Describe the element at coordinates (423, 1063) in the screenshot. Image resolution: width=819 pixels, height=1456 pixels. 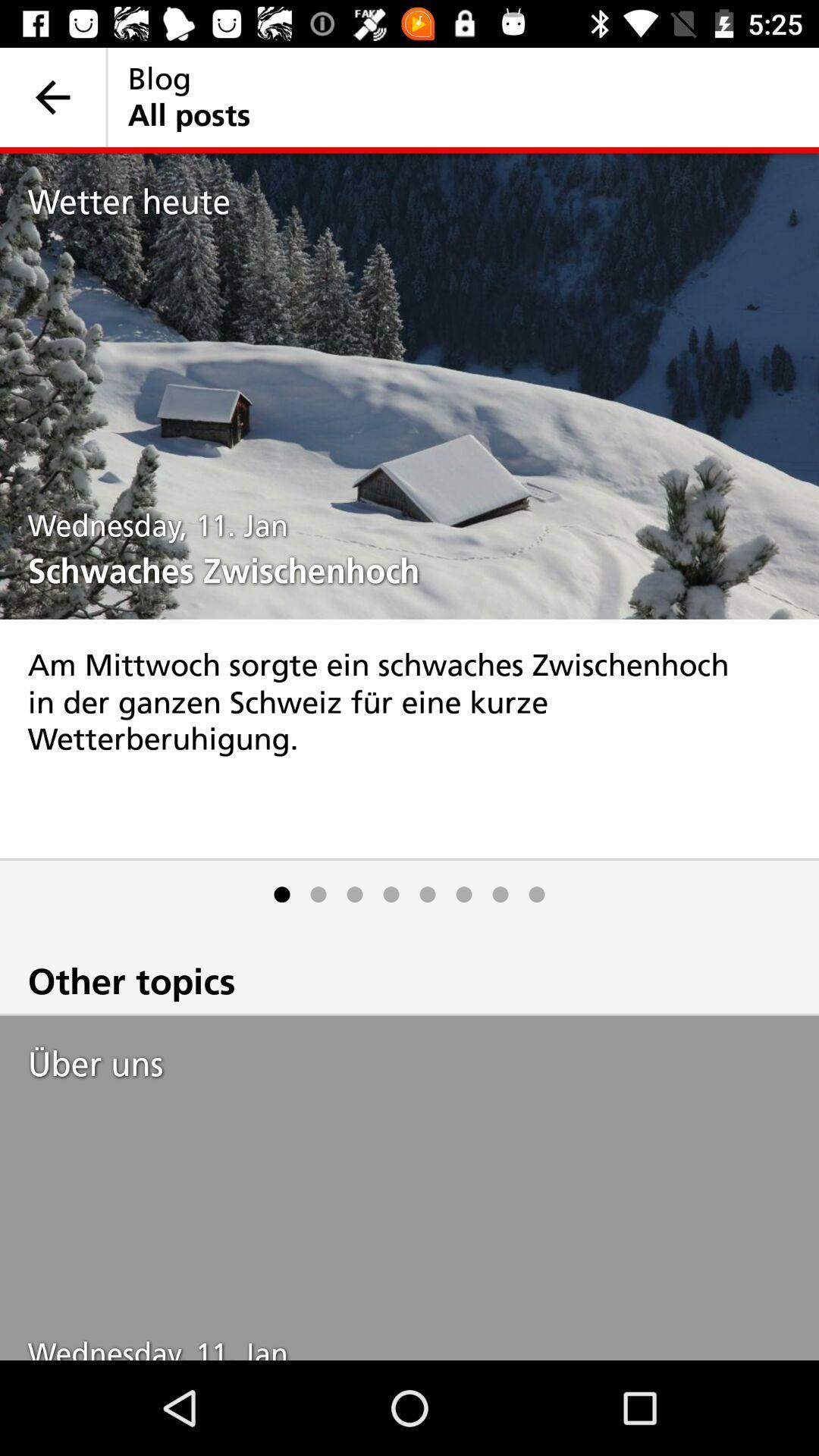
I see `the icon above the wednesday, 11. jan item` at that location.